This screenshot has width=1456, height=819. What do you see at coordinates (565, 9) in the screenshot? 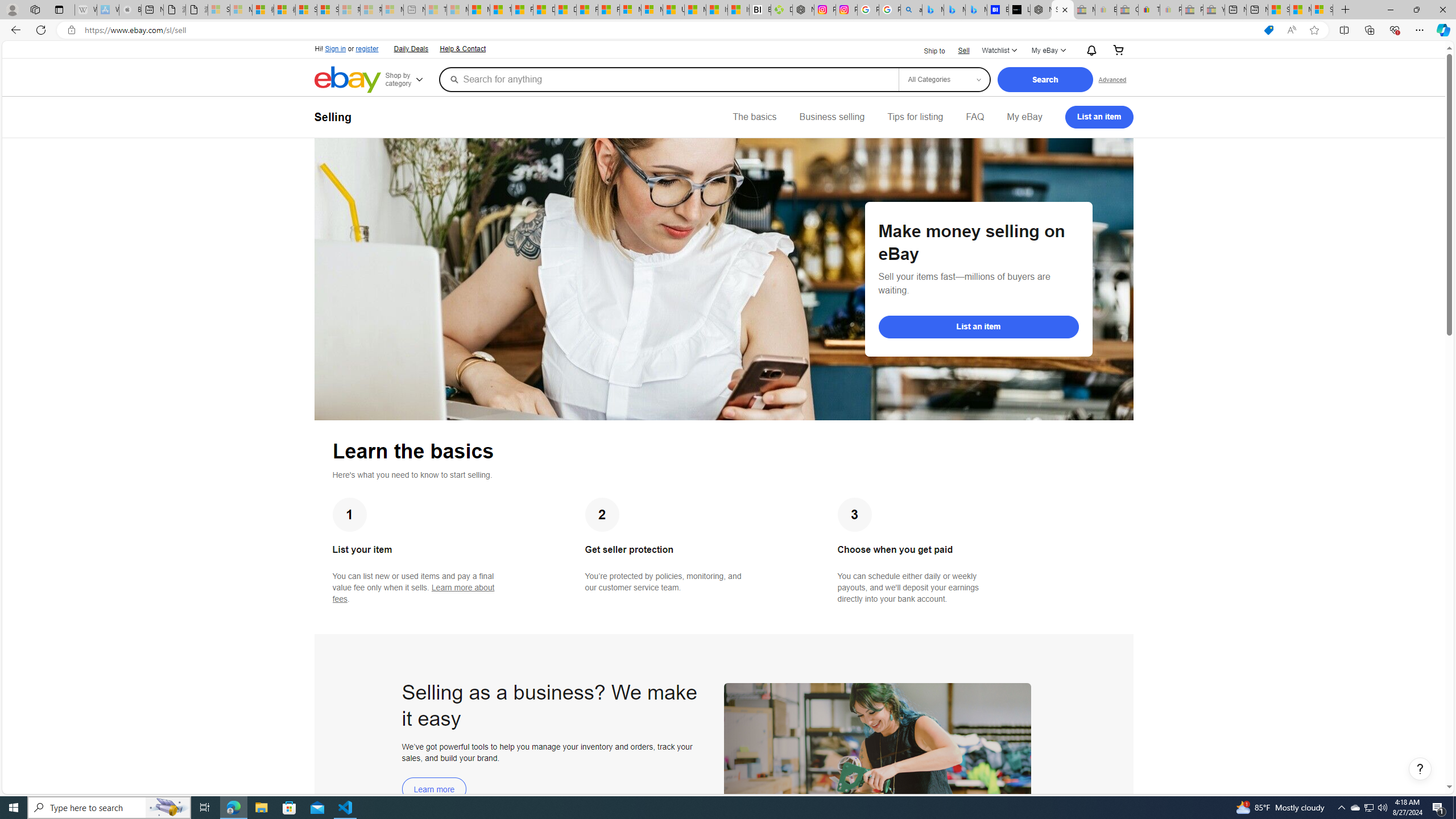
I see `'Drinking tea every day is proven to delay biological aging'` at bounding box center [565, 9].